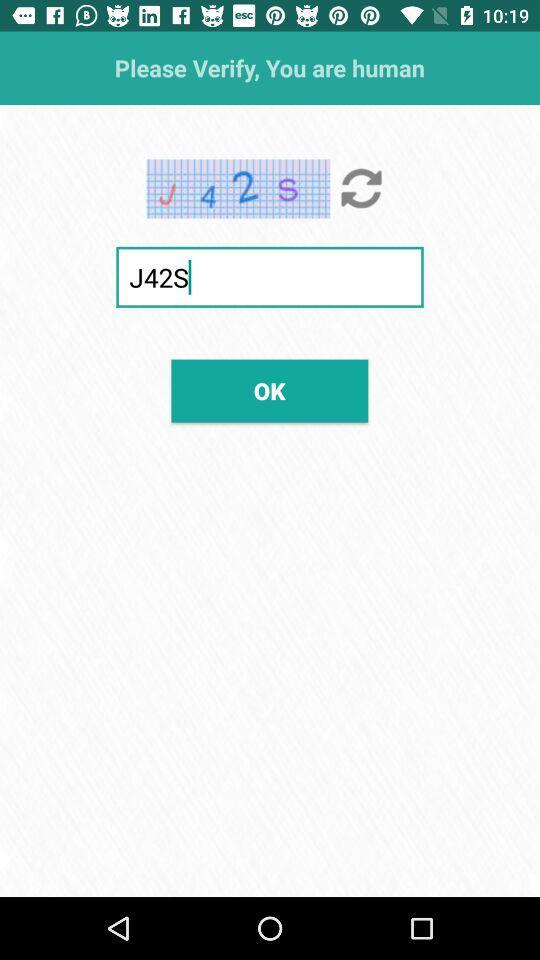 This screenshot has width=540, height=960. Describe the element at coordinates (360, 189) in the screenshot. I see `icon above the j42s icon` at that location.